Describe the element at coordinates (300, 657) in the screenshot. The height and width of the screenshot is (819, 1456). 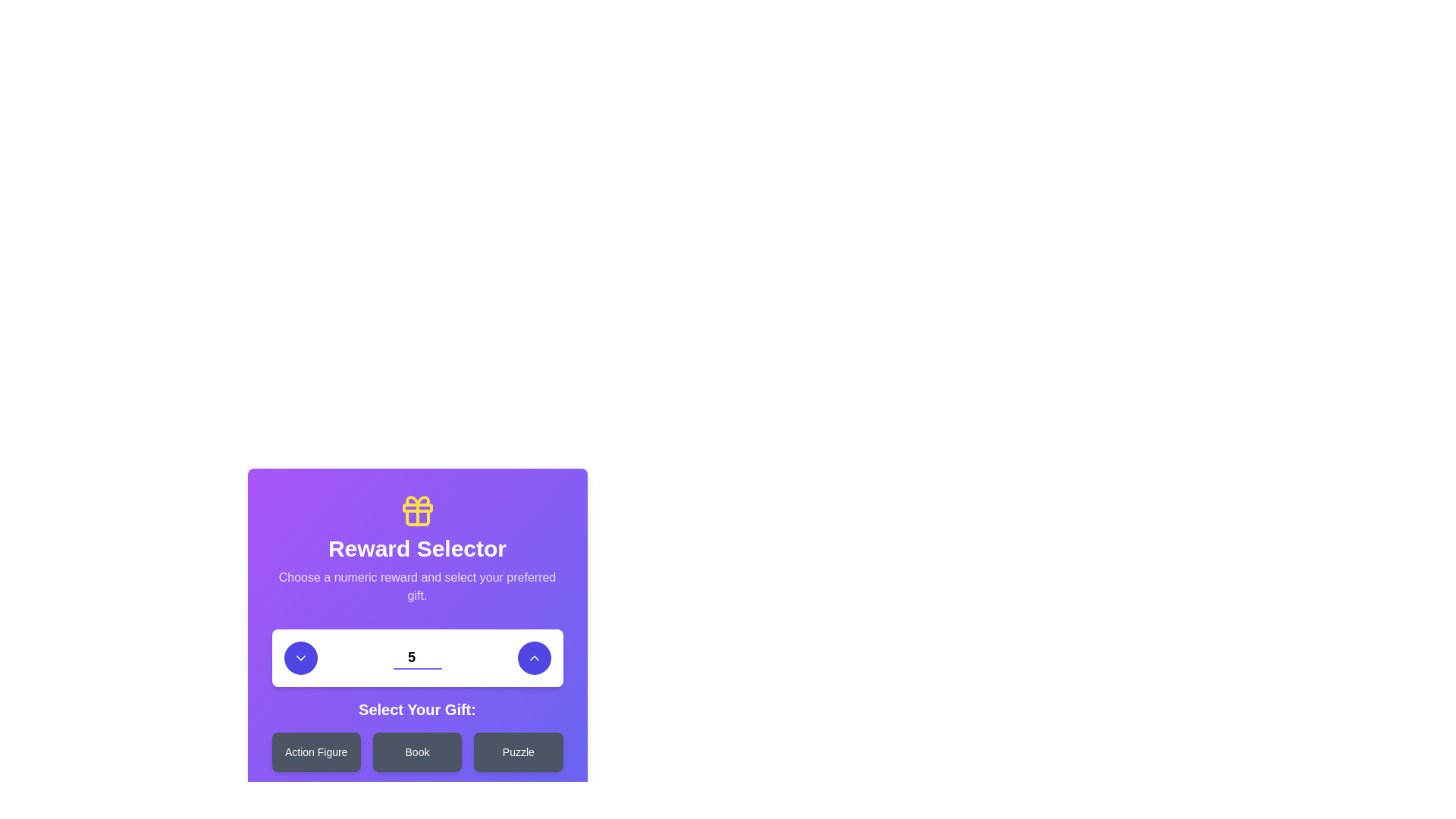
I see `the leftmost circular button with a downward pointing chevron icon, which has an indigo-blue background, to decrease the value` at that location.